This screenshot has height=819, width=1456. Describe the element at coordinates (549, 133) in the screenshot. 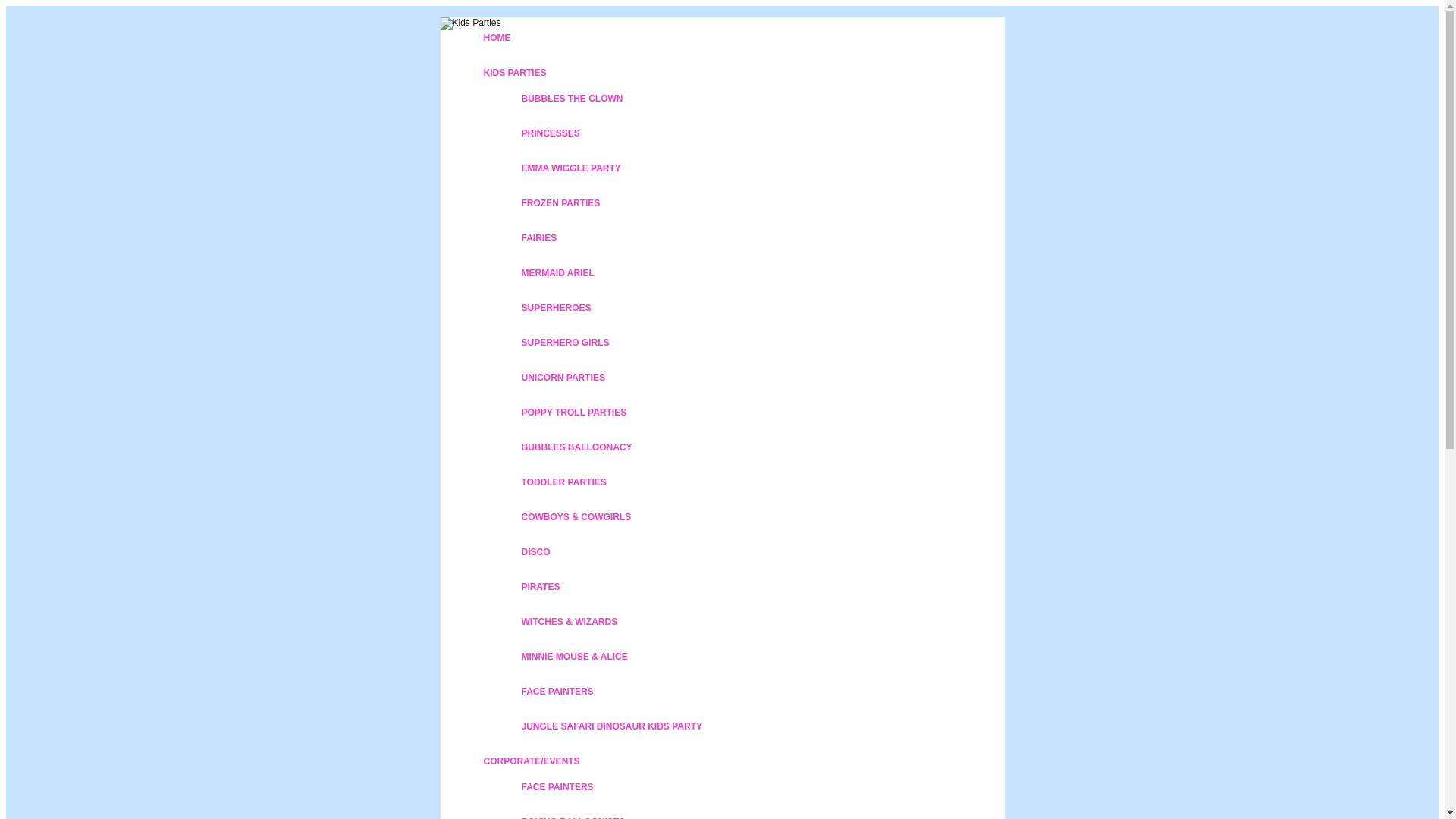

I see `'PRINCESSES'` at that location.